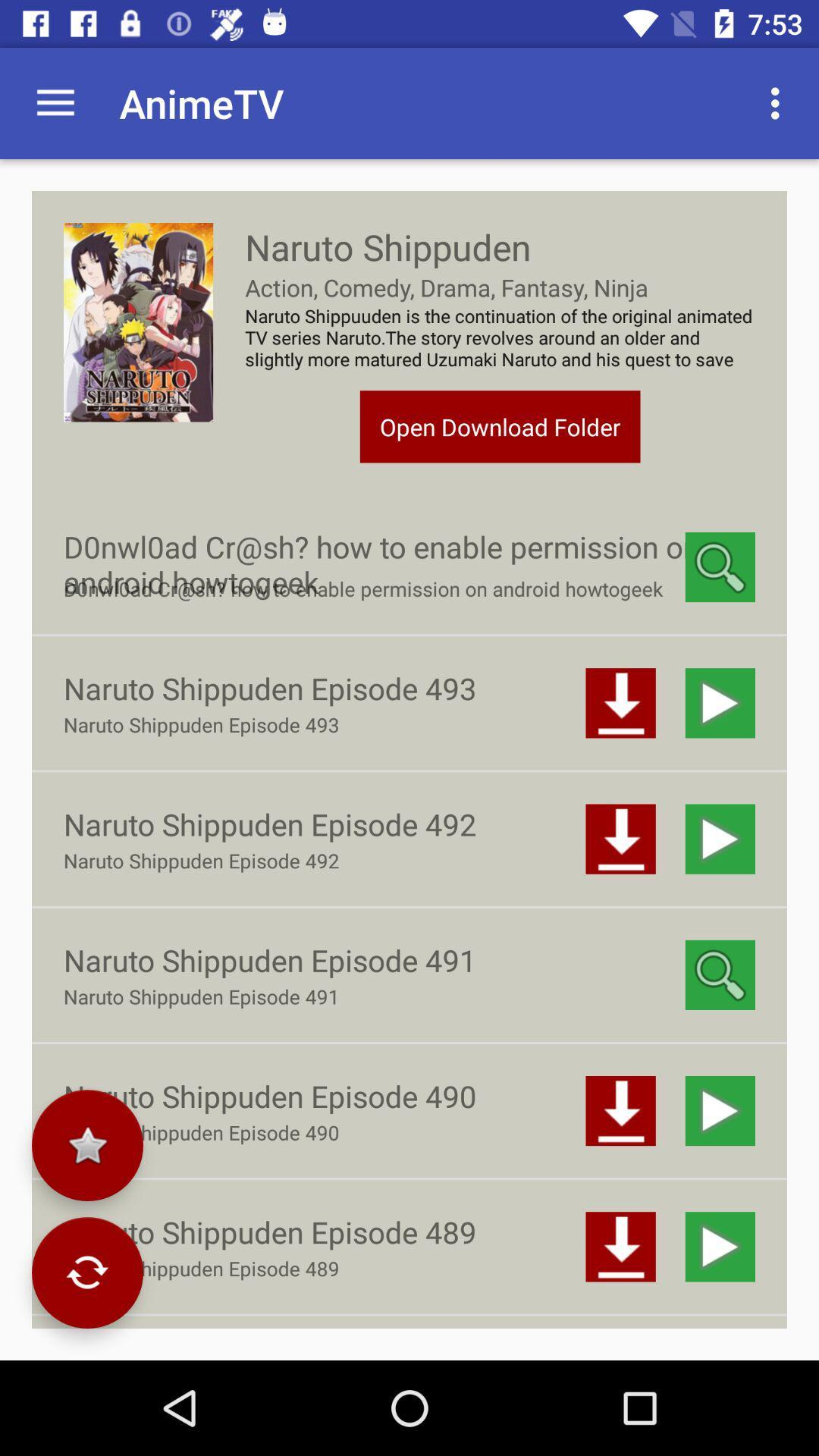 This screenshot has height=1456, width=819. What do you see at coordinates (779, 102) in the screenshot?
I see `the item next to animetv app` at bounding box center [779, 102].